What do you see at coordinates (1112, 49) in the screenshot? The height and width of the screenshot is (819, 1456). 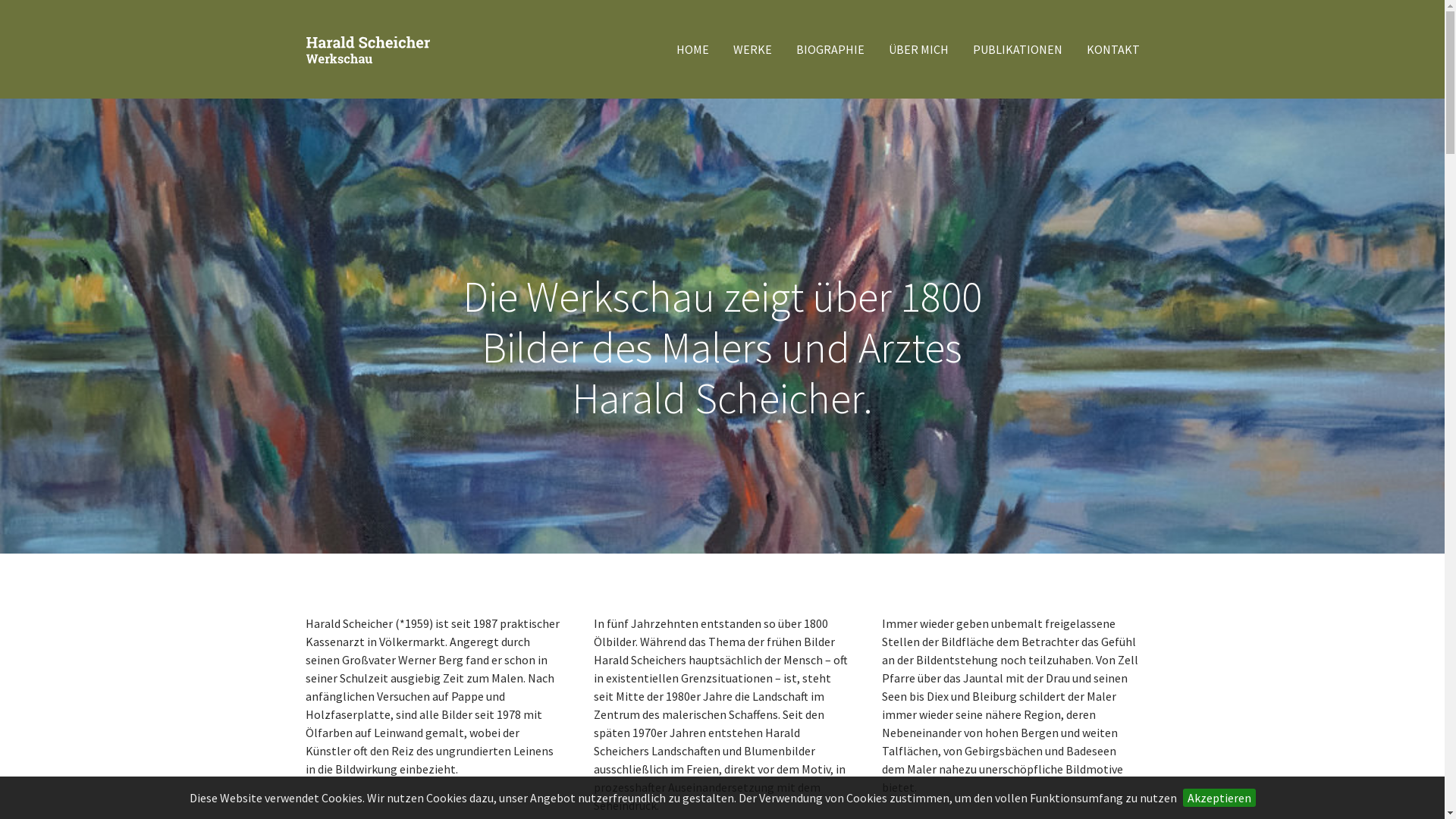 I see `'KONTAKT'` at bounding box center [1112, 49].